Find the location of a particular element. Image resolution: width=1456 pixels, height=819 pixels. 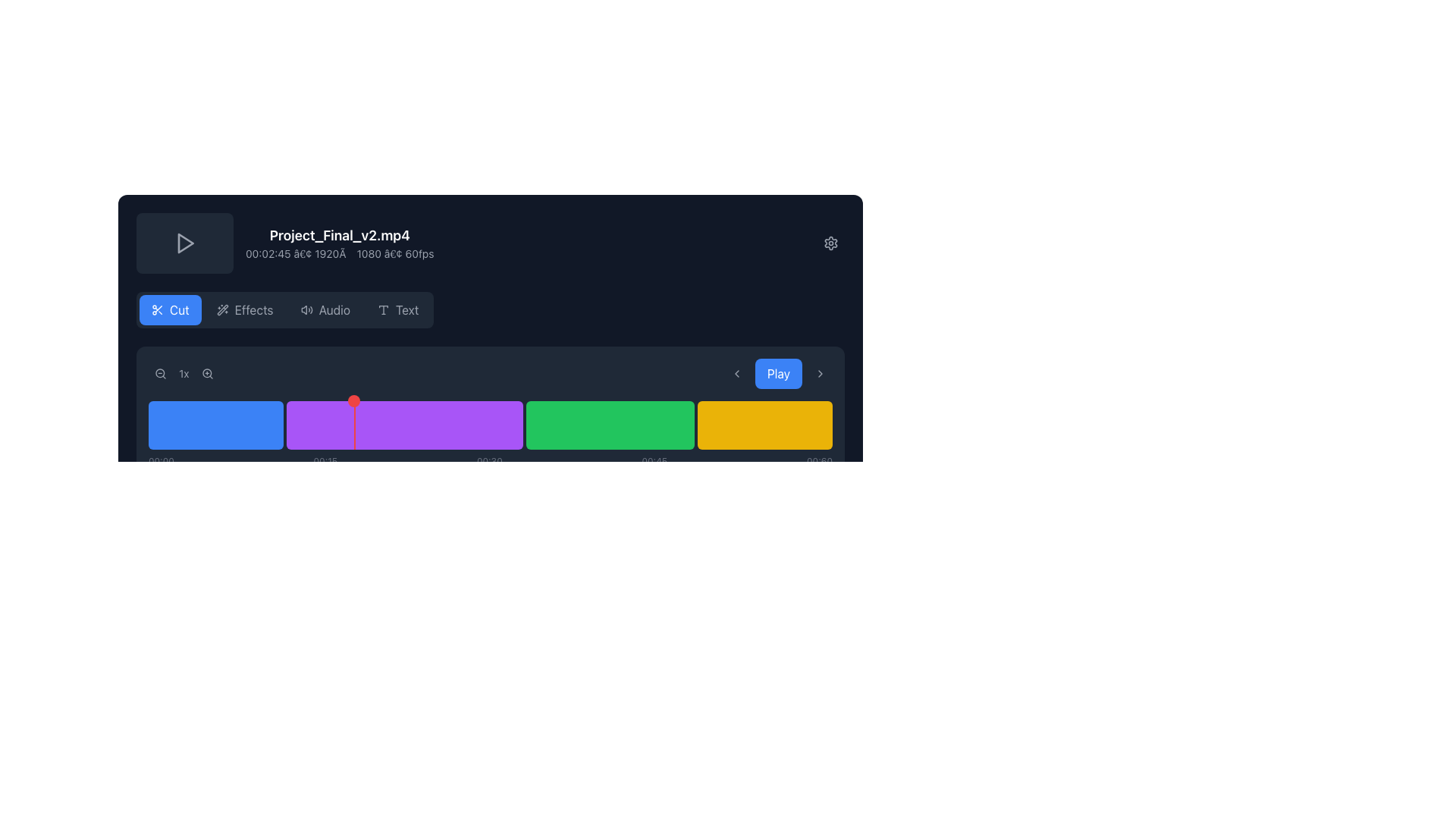

the circular magnifying glass icon with a minus symbol inside is located at coordinates (160, 374).